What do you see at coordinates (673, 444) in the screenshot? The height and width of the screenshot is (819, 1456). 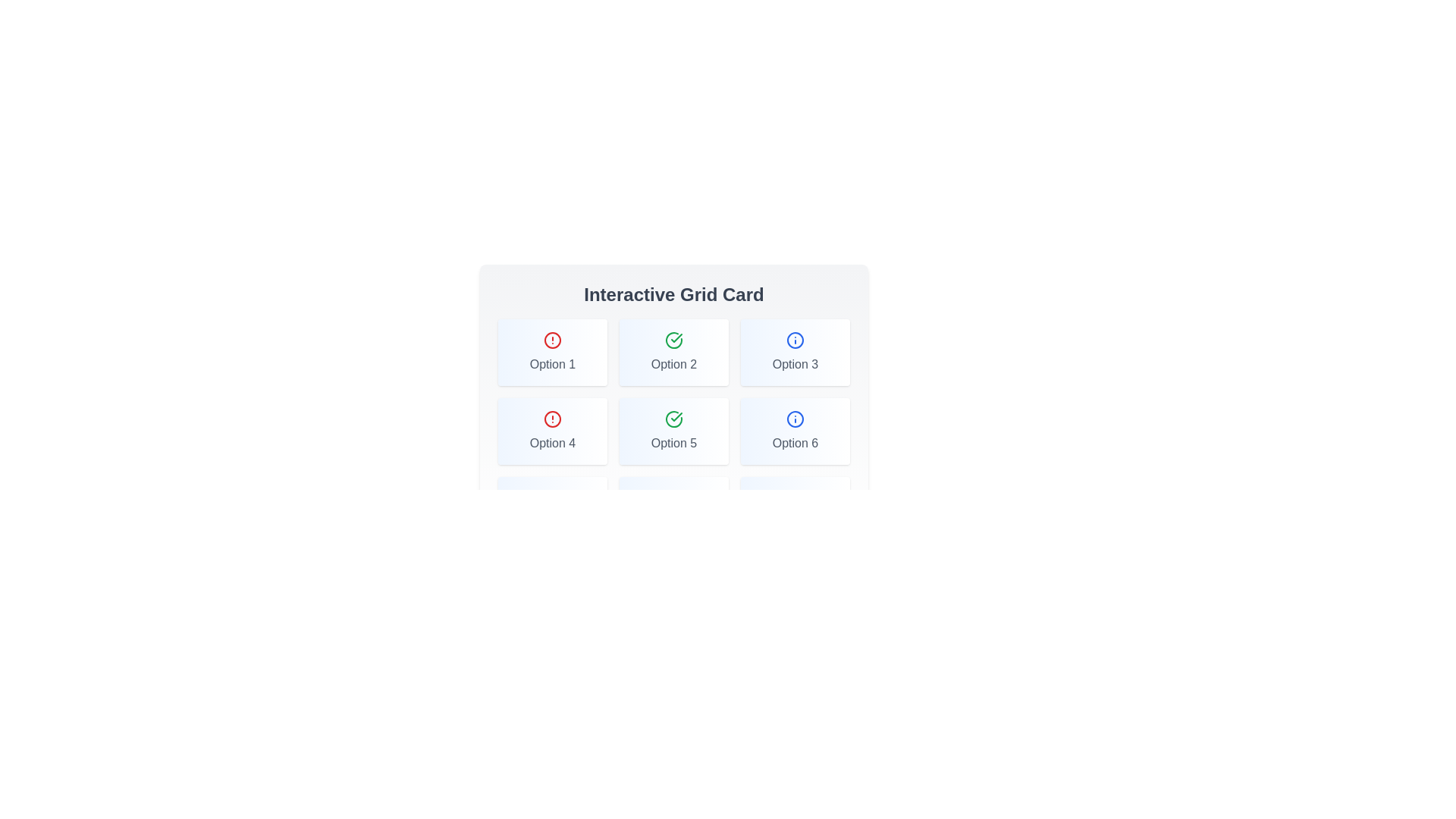 I see `the text label that says 'Option 5' in the interactive grid, which is styled with a gray color and located in the second row and second column of the layout` at bounding box center [673, 444].